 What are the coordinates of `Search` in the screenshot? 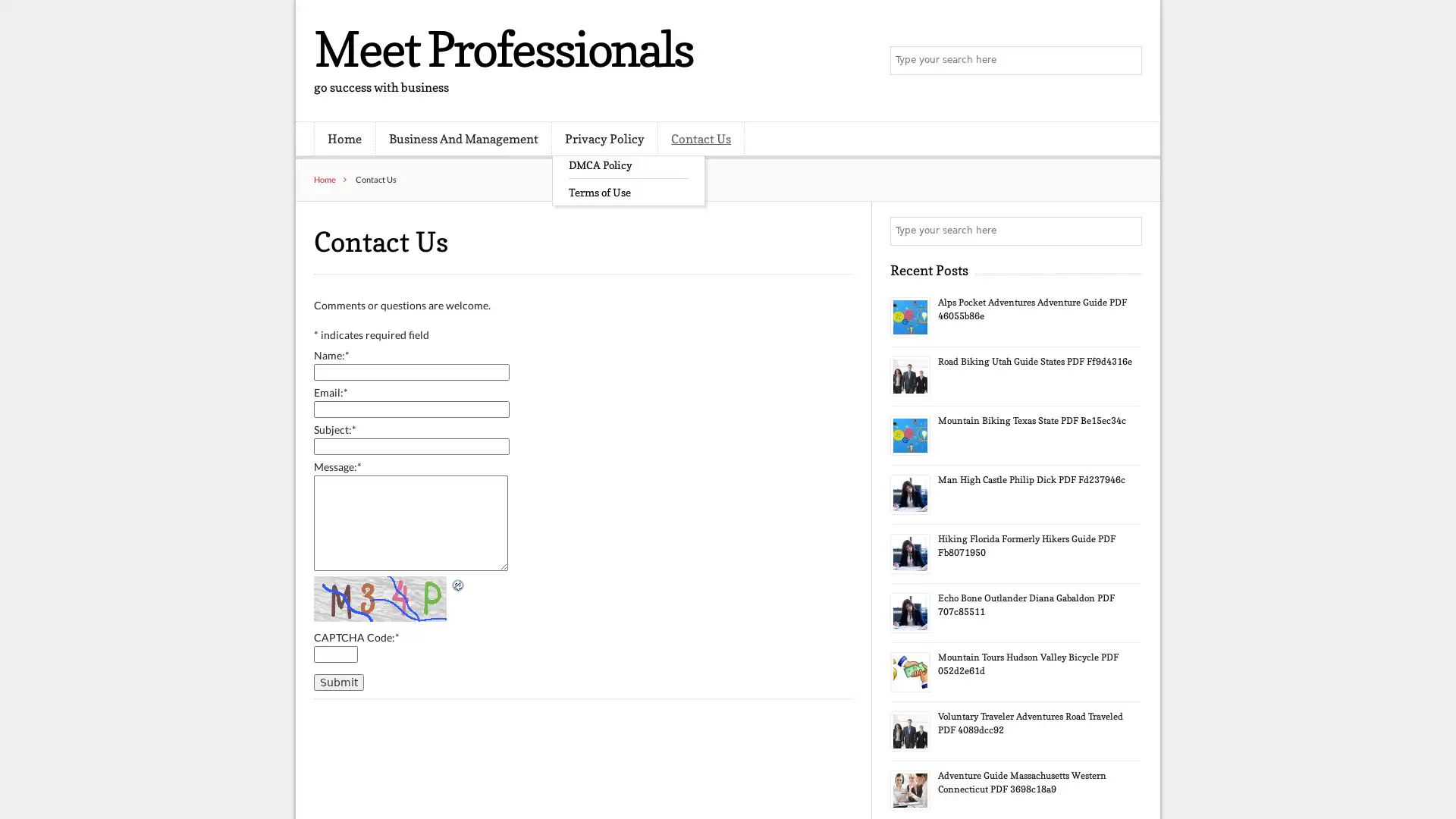 It's located at (1126, 61).